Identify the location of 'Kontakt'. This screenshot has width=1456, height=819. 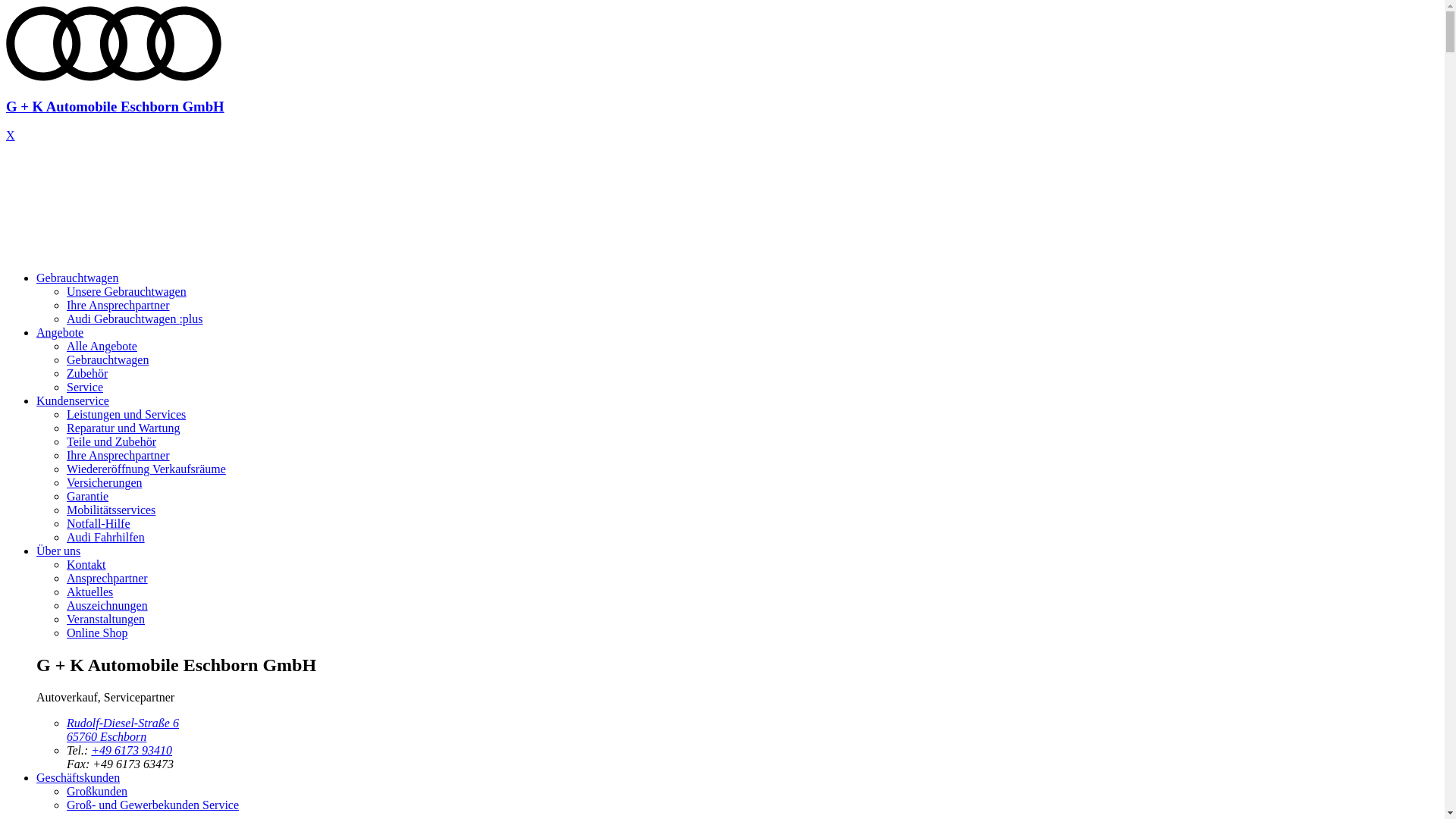
(65, 564).